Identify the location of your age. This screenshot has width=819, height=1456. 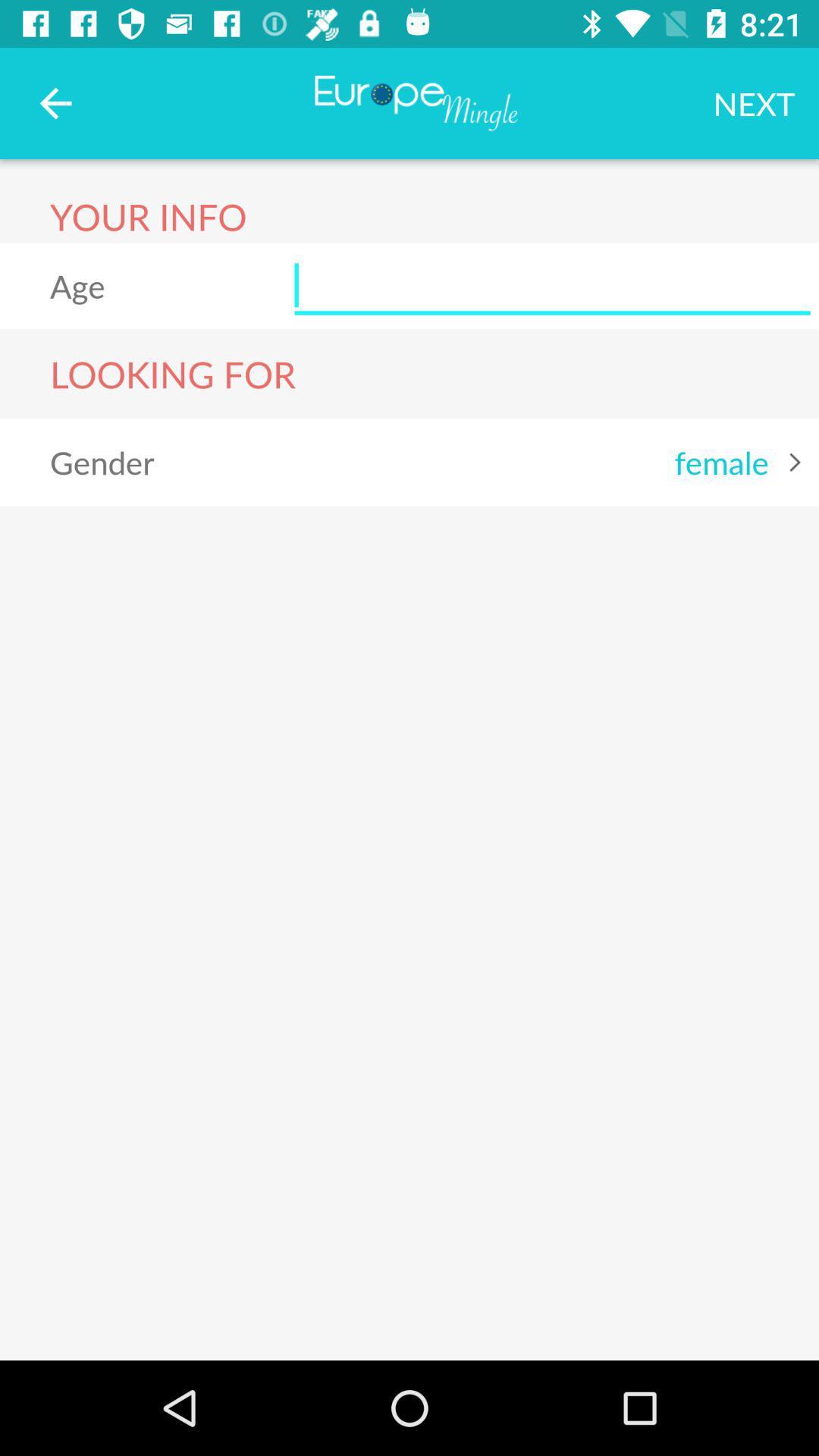
(552, 286).